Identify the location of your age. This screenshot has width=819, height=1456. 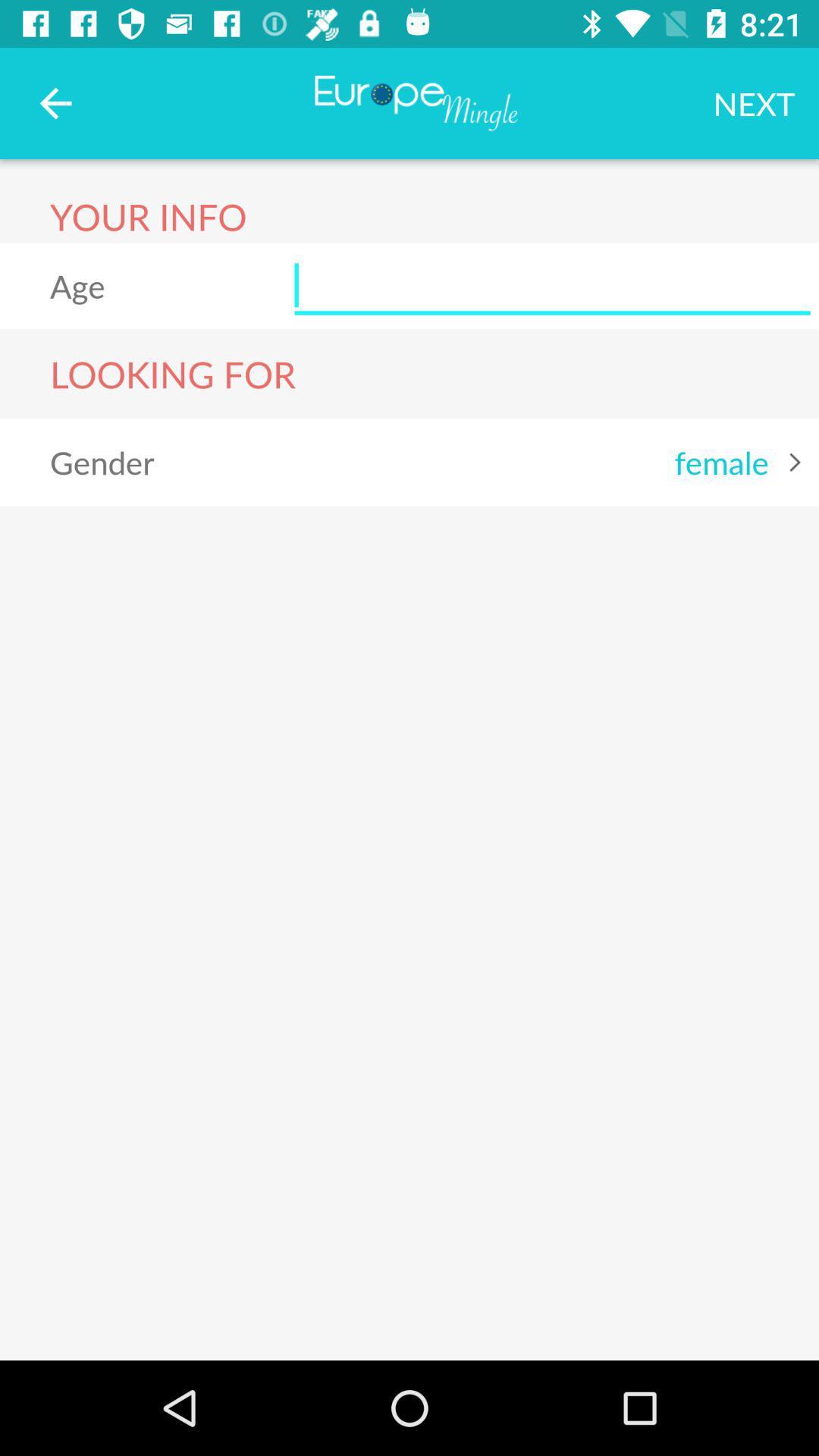
(552, 286).